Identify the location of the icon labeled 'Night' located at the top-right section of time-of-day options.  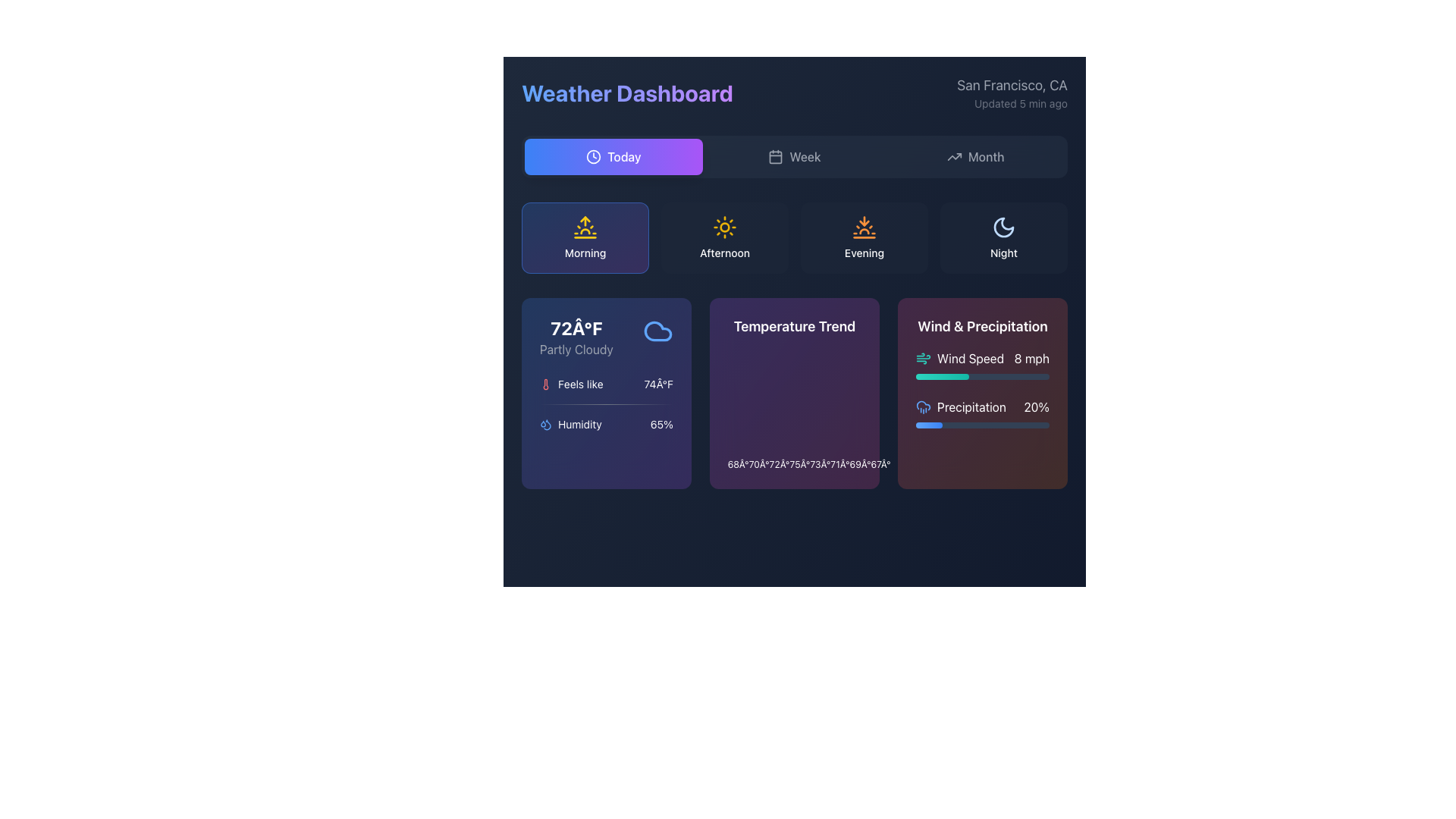
(1004, 237).